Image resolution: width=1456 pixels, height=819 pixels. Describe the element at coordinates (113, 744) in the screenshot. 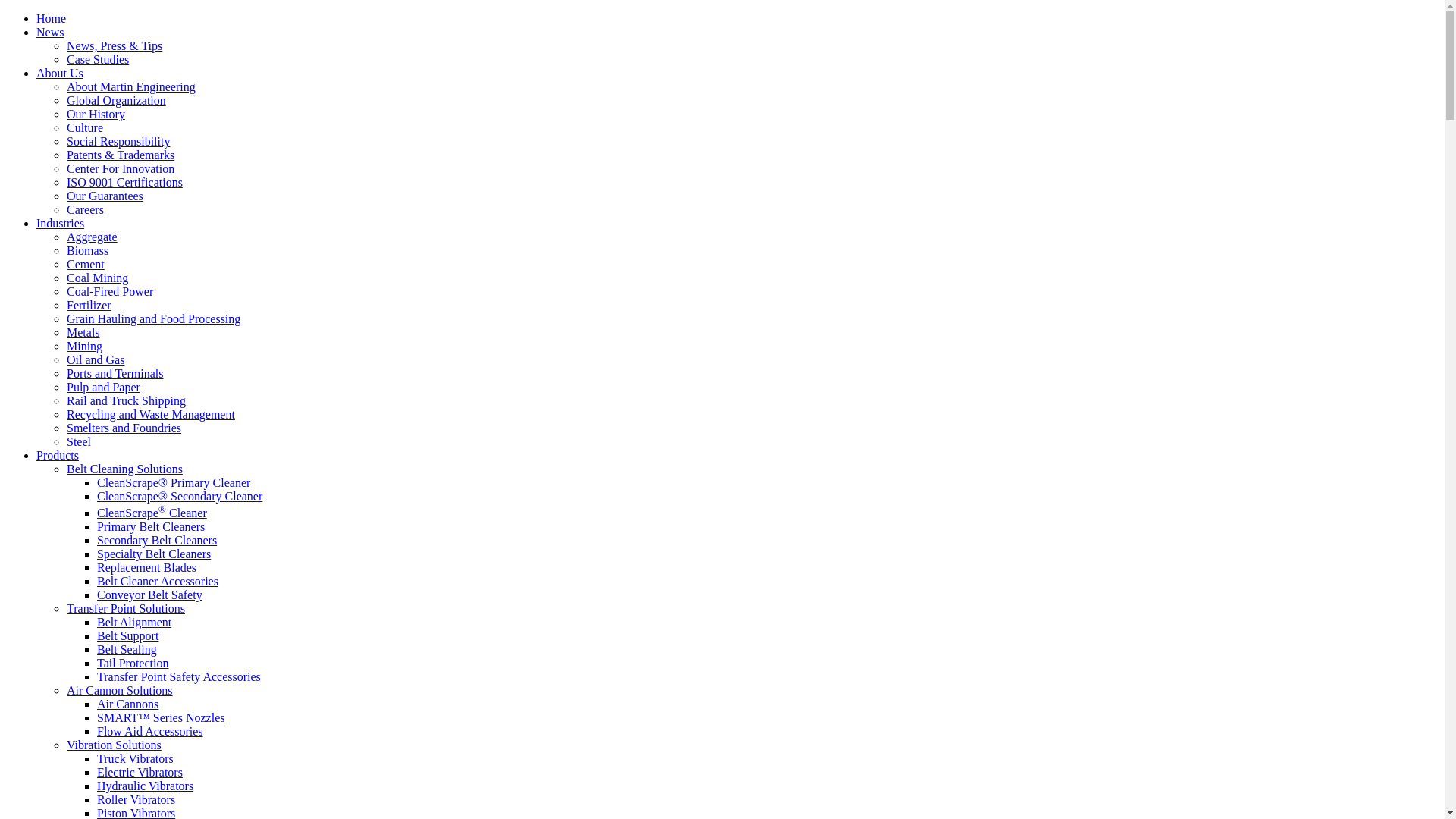

I see `'Vibration Solutions'` at that location.